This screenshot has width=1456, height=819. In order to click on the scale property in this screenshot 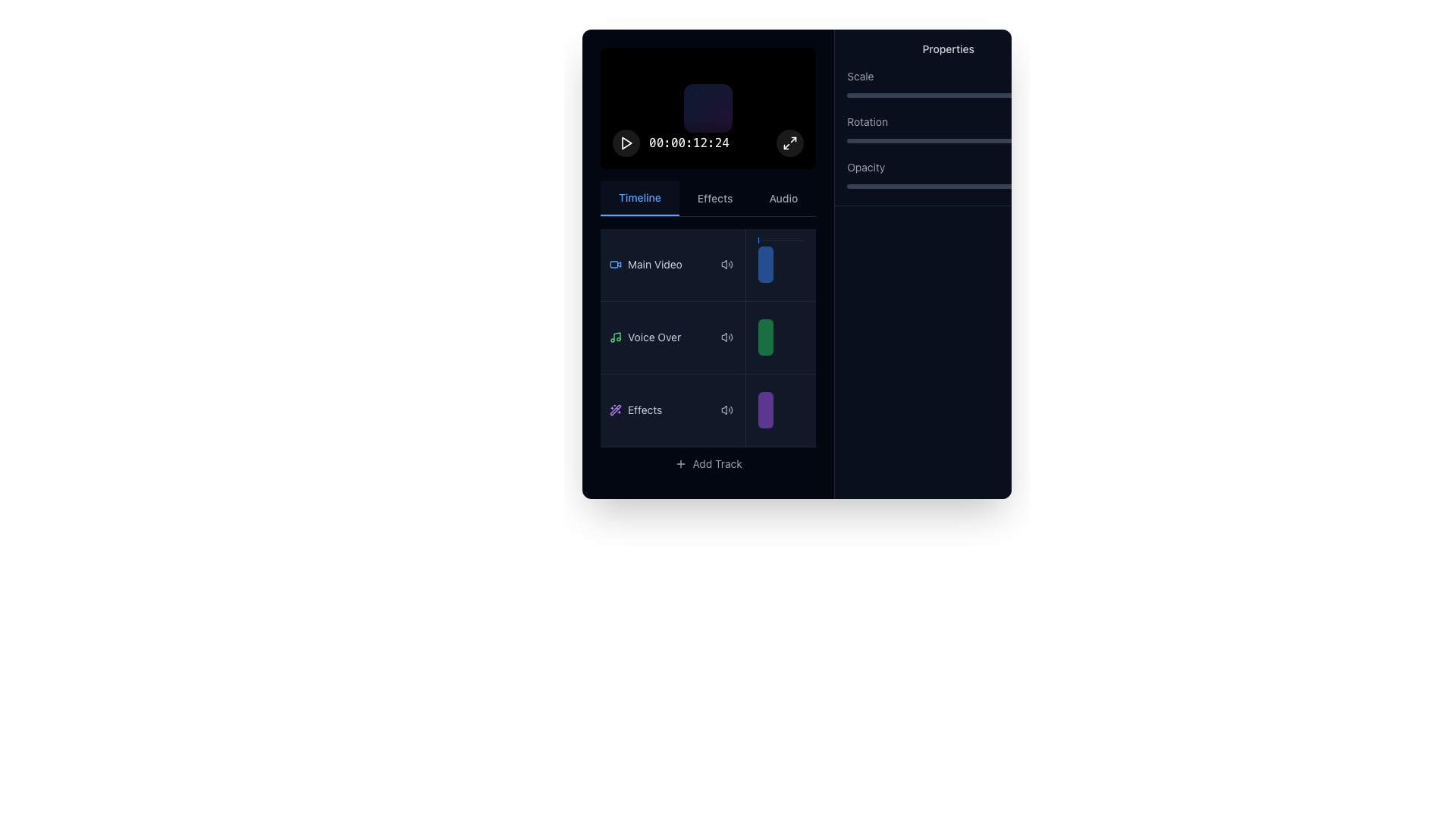, I will do `click(999, 96)`.